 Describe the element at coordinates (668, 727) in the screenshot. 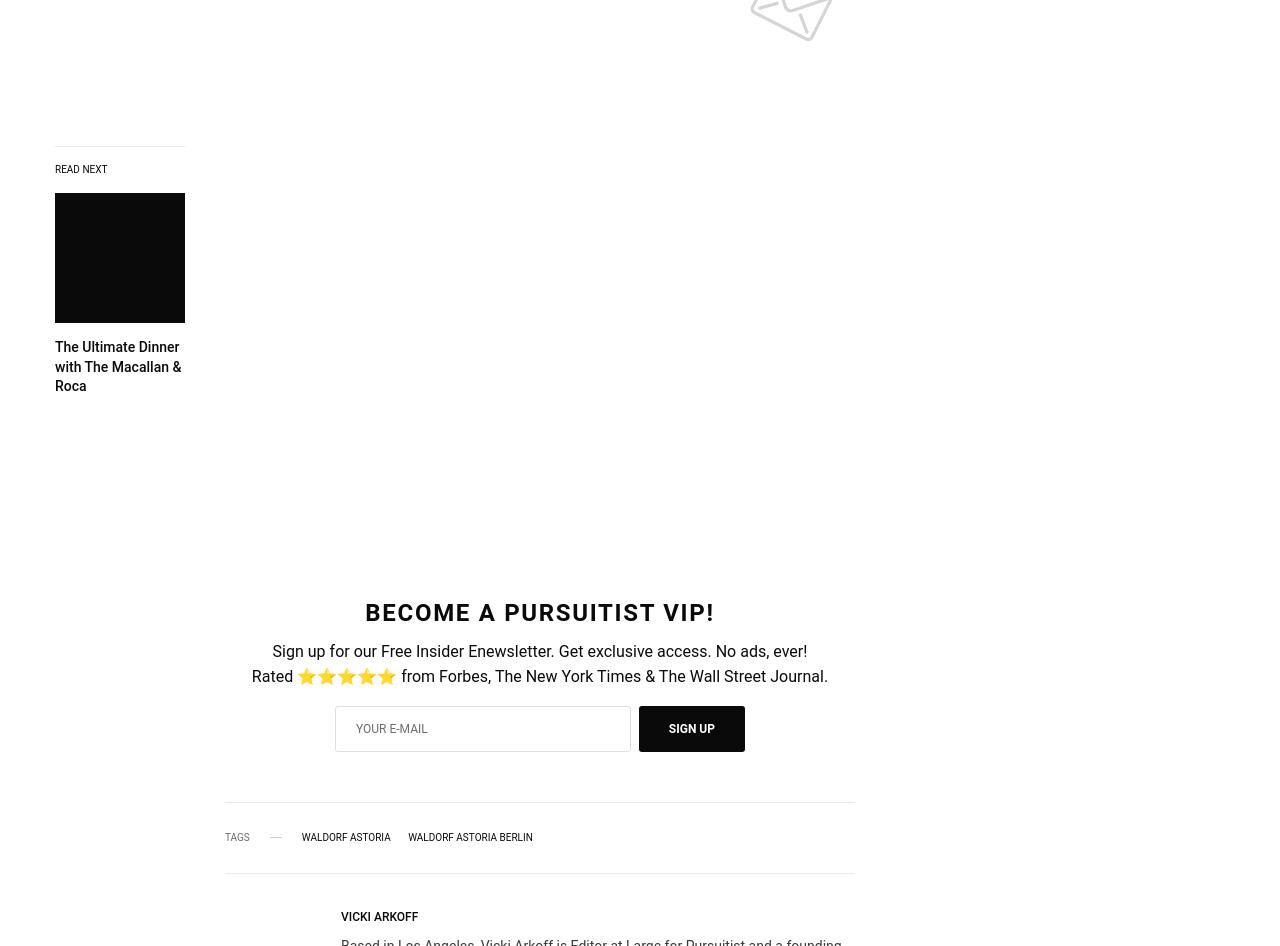

I see `'SIGN UP'` at that location.